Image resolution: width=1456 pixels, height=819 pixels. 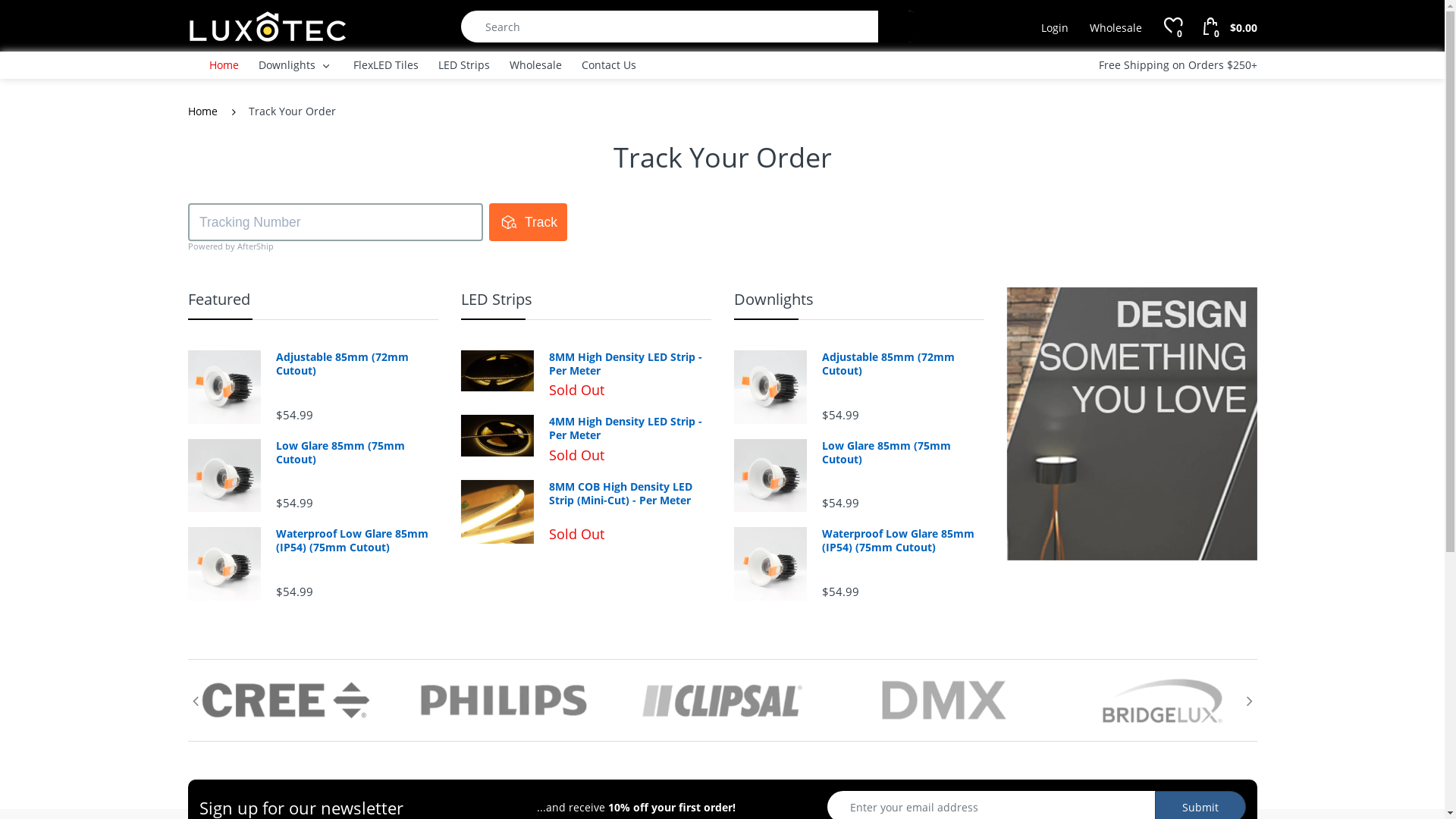 I want to click on 'Downlights', so click(x=286, y=64).